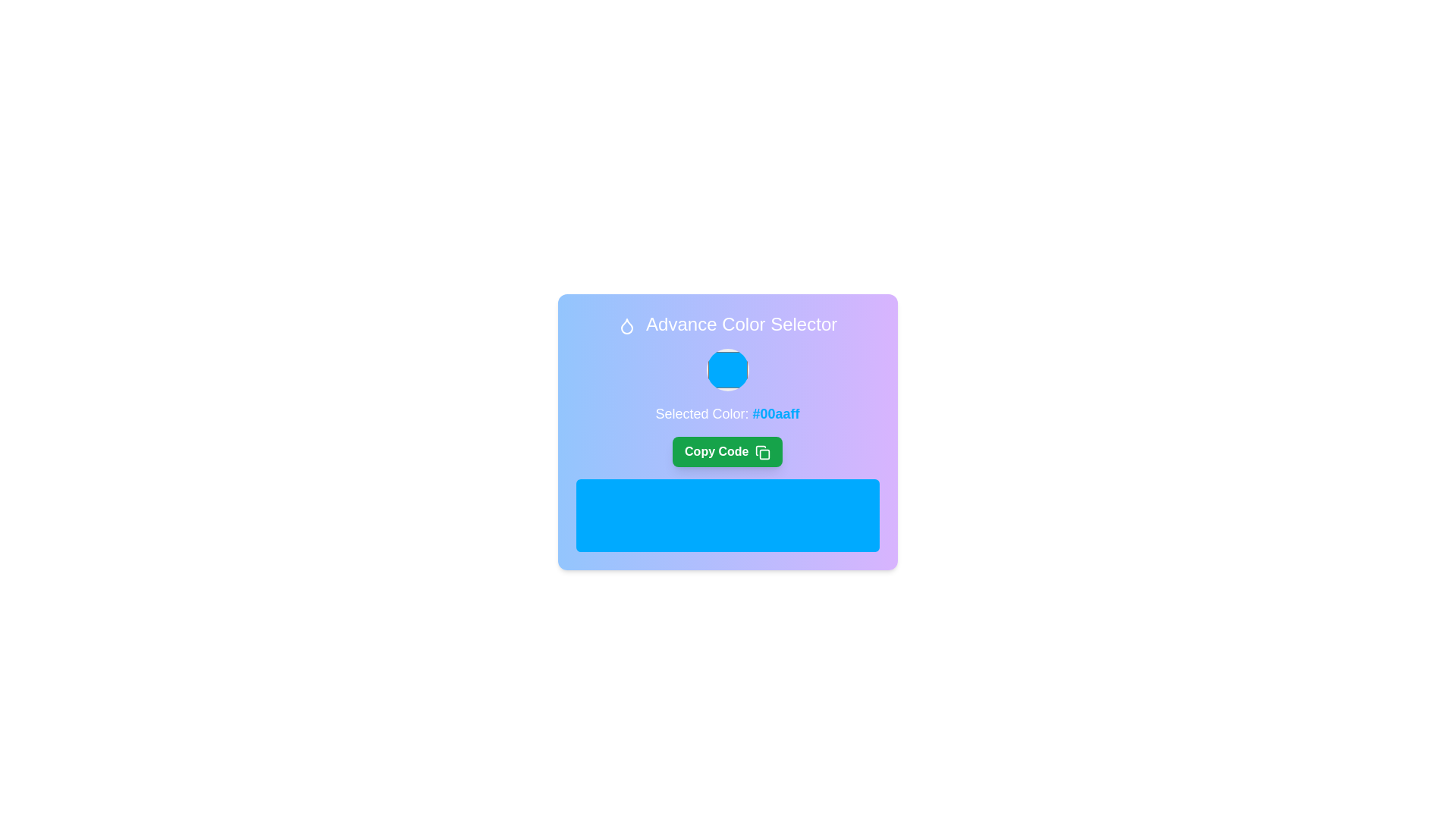  Describe the element at coordinates (726, 450) in the screenshot. I see `the 'Copy Code' button in the color preview section of the 'Advance Color Selector' card to copy the hexadecimal code` at that location.